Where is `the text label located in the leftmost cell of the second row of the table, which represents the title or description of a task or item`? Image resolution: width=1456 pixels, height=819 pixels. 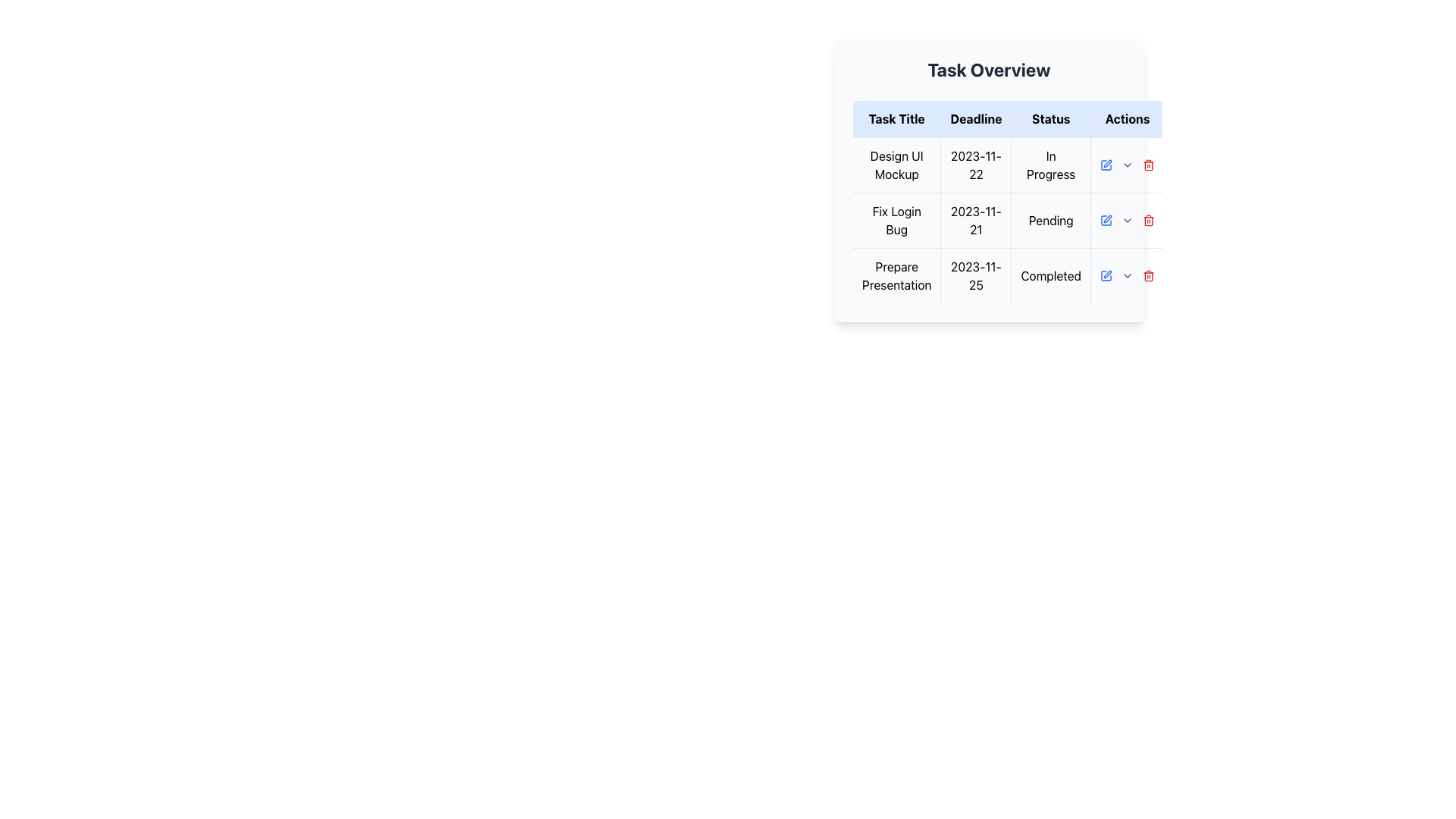
the text label located in the leftmost cell of the second row of the table, which represents the title or description of a task or item is located at coordinates (896, 220).